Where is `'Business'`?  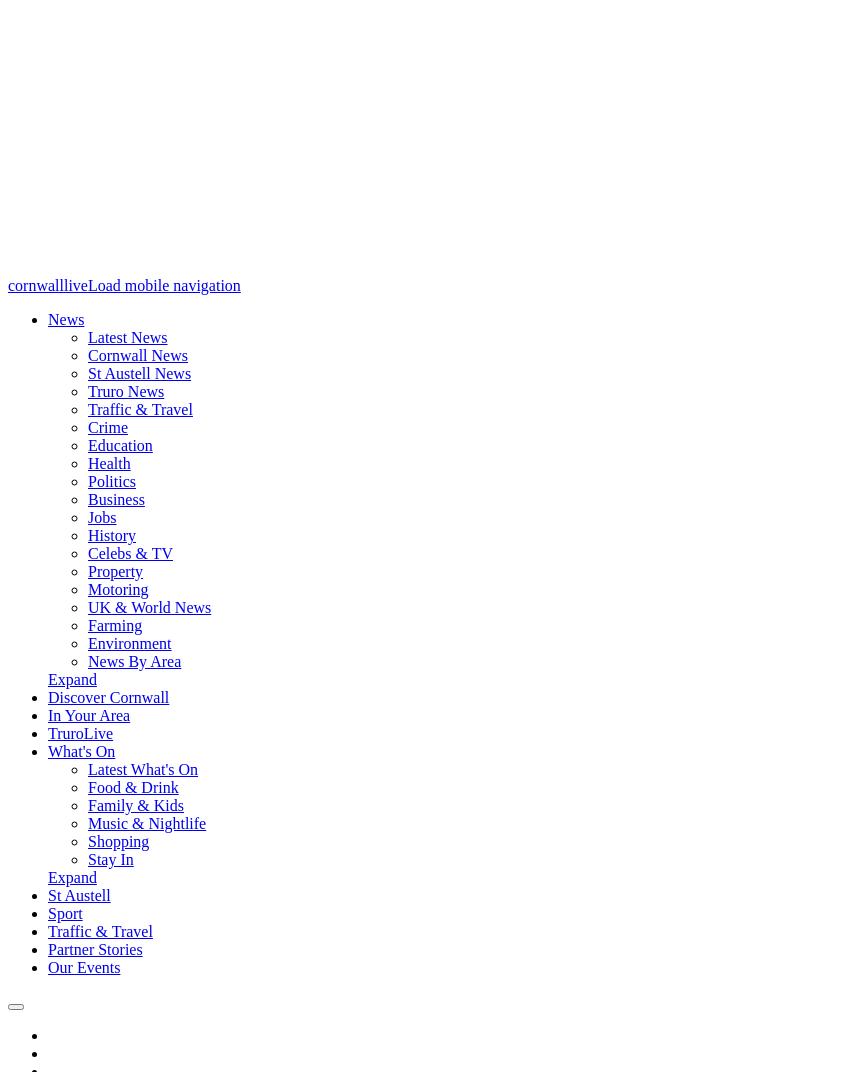
'Business' is located at coordinates (116, 499).